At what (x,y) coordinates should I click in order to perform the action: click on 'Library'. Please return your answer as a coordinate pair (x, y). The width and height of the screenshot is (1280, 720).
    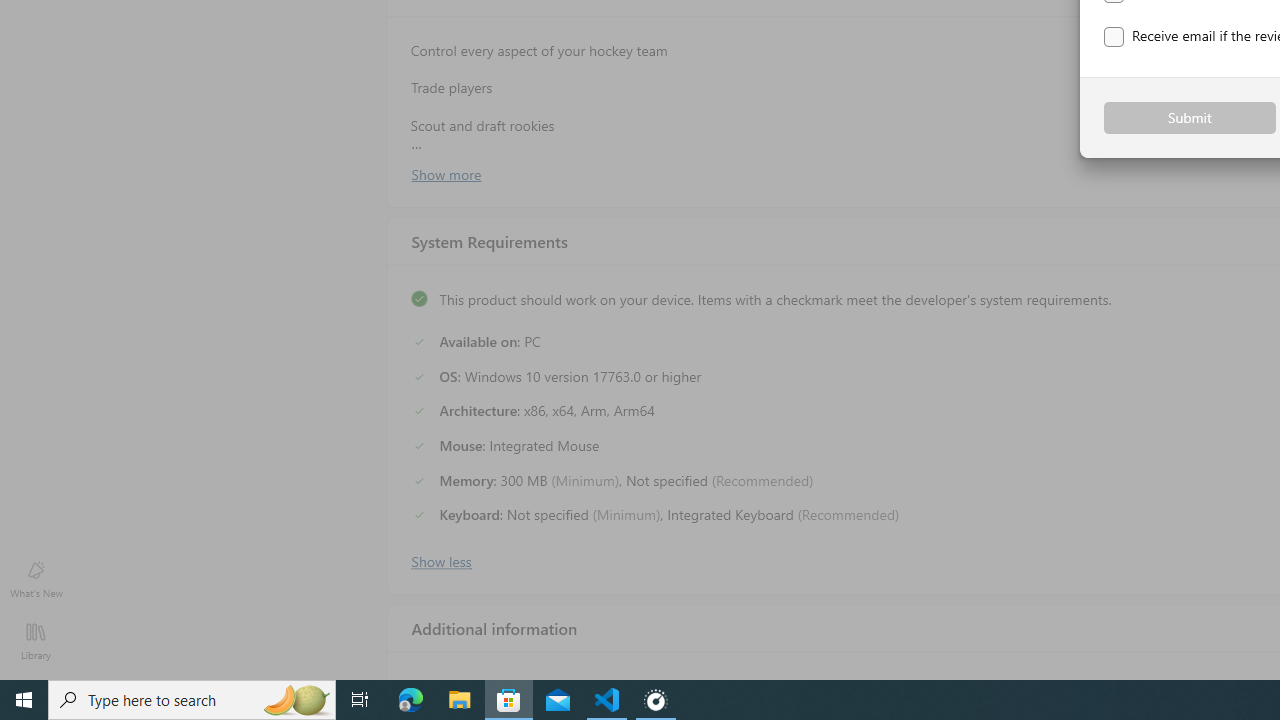
    Looking at the image, I should click on (35, 640).